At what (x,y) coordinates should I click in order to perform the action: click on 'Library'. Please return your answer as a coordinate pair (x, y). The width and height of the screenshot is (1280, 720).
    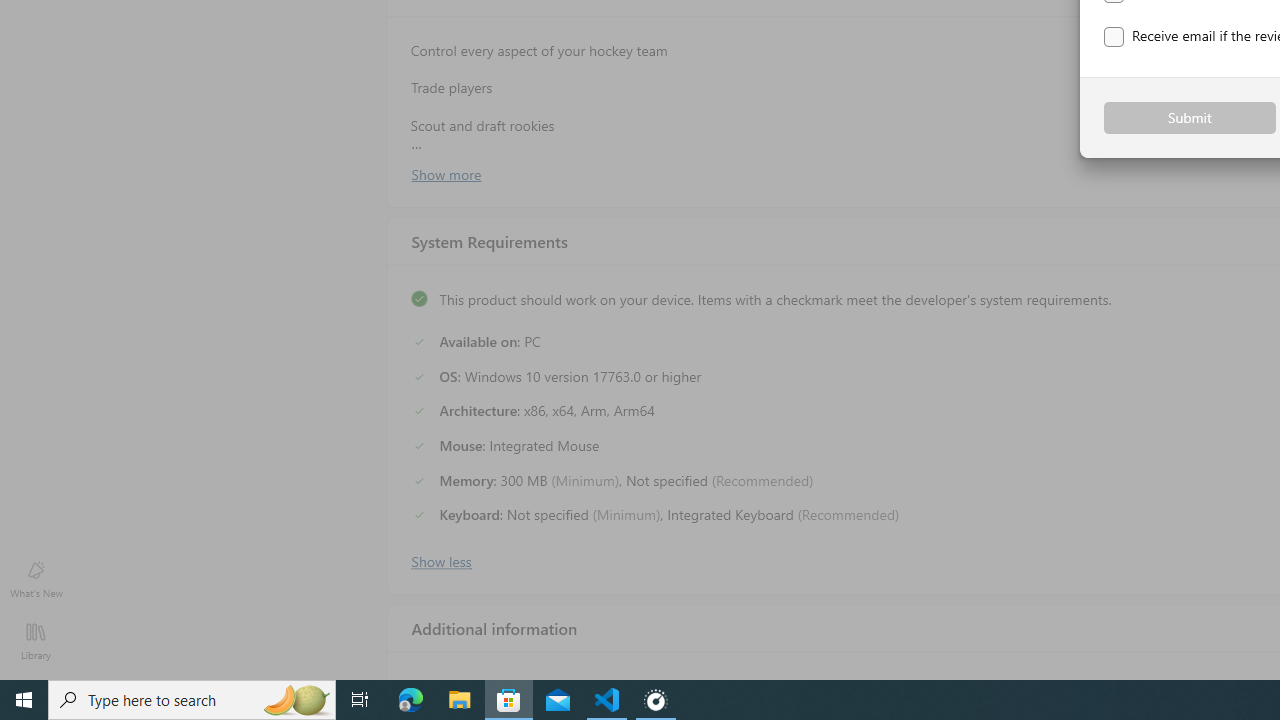
    Looking at the image, I should click on (35, 640).